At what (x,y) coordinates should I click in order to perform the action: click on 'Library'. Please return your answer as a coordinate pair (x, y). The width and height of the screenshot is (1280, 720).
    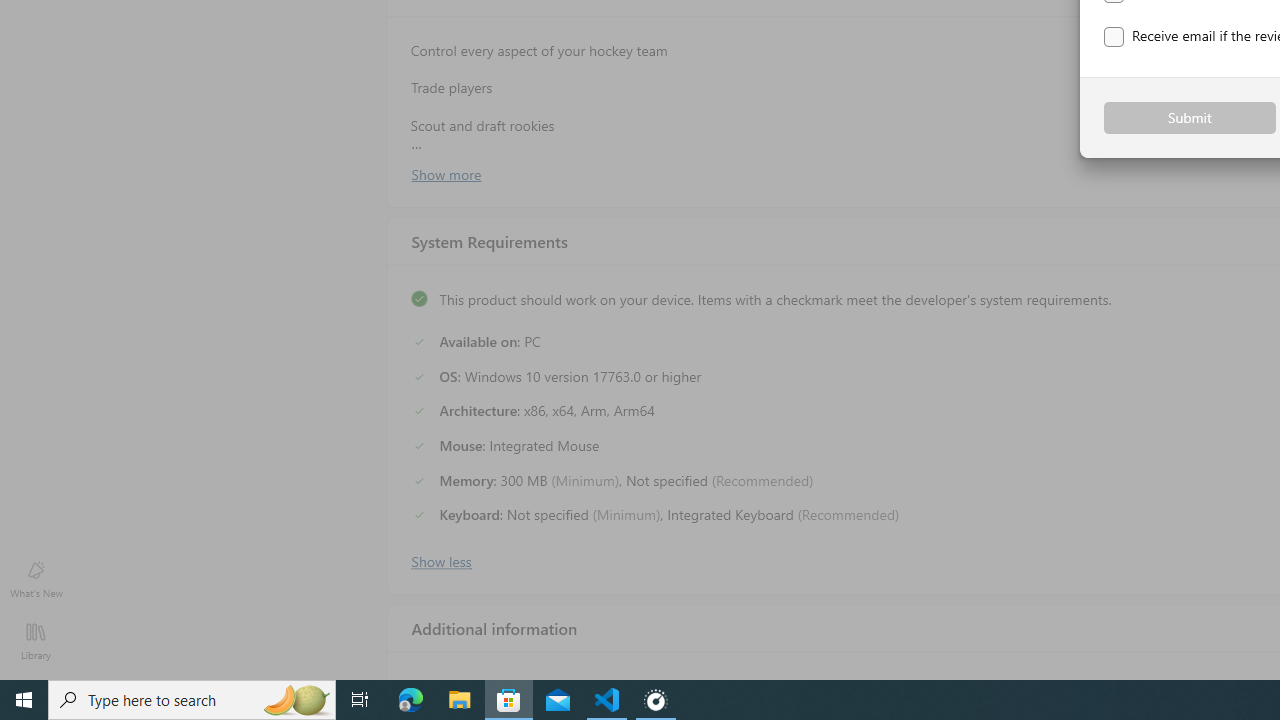
    Looking at the image, I should click on (35, 640).